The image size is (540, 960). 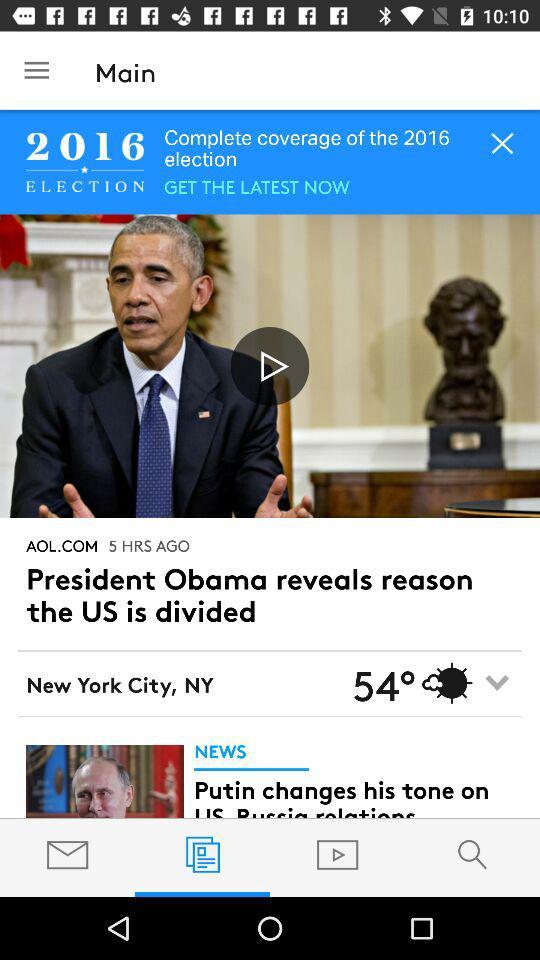 I want to click on the close icon, so click(x=501, y=144).